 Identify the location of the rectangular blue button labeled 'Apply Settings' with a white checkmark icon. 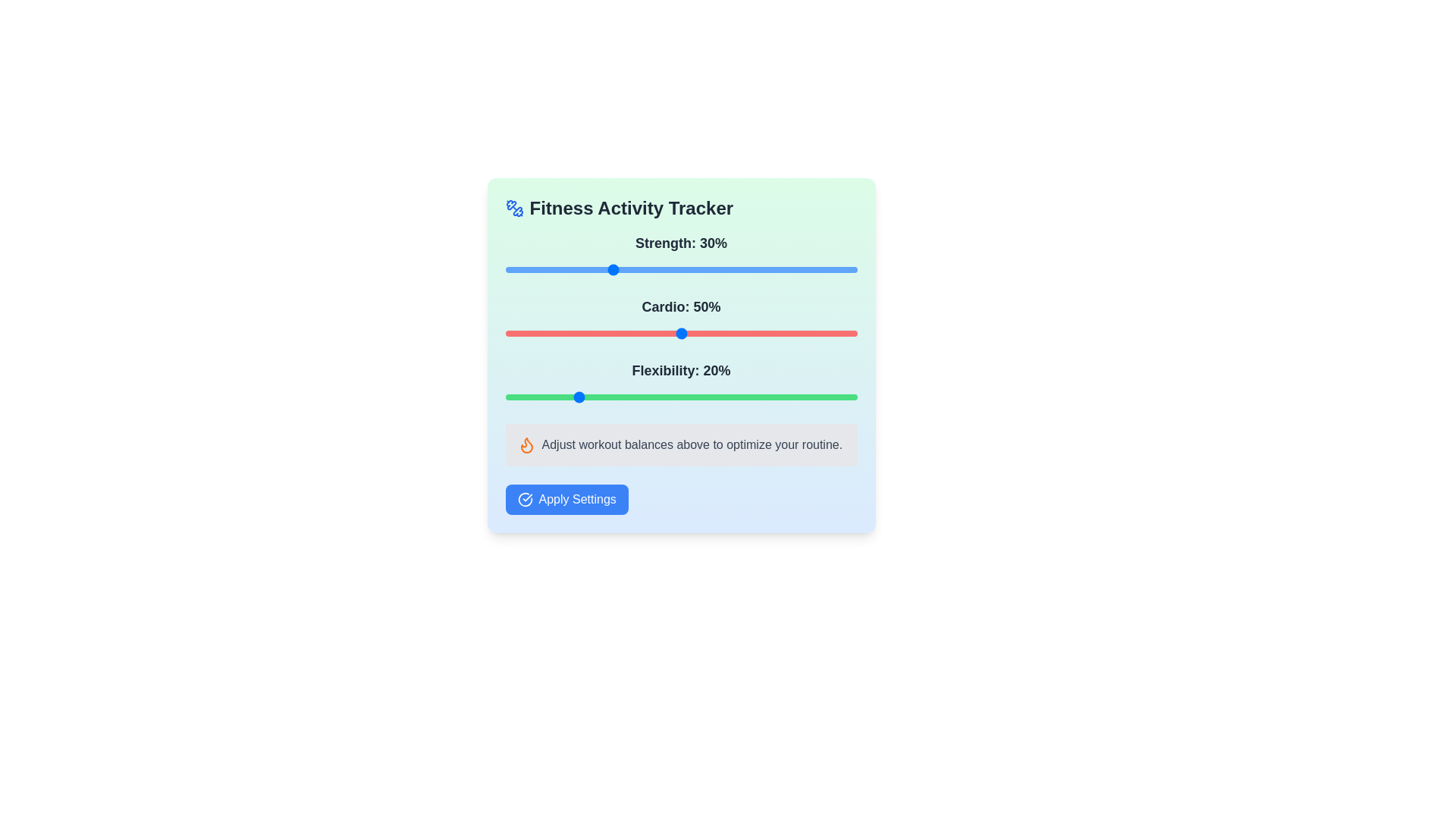
(566, 500).